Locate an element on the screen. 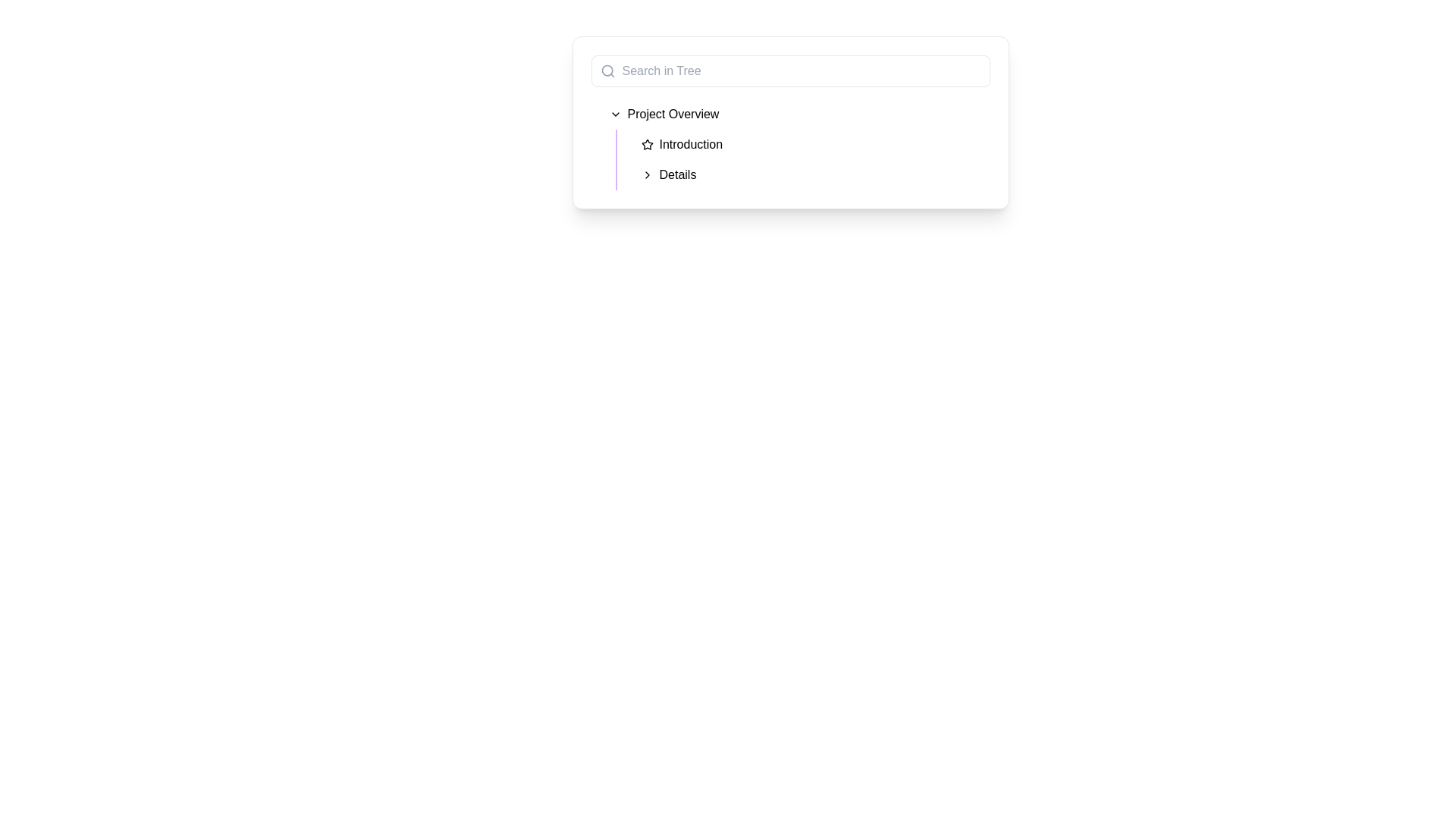 The image size is (1456, 819). the magnifying glass icon indicating the search feature within the input box, located at the top-left side of the search input area is located at coordinates (607, 71).